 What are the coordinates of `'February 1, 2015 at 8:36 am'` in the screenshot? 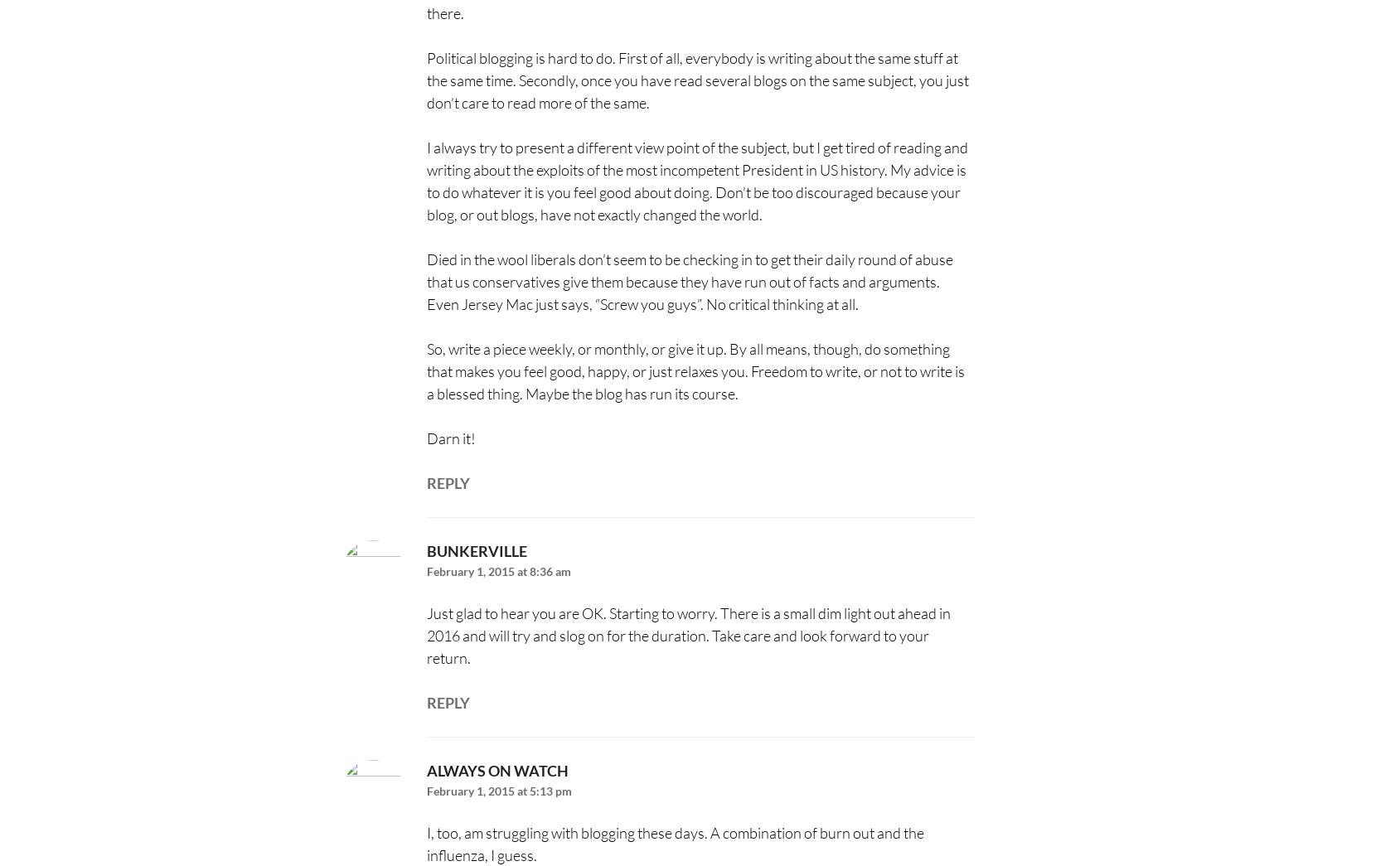 It's located at (497, 571).